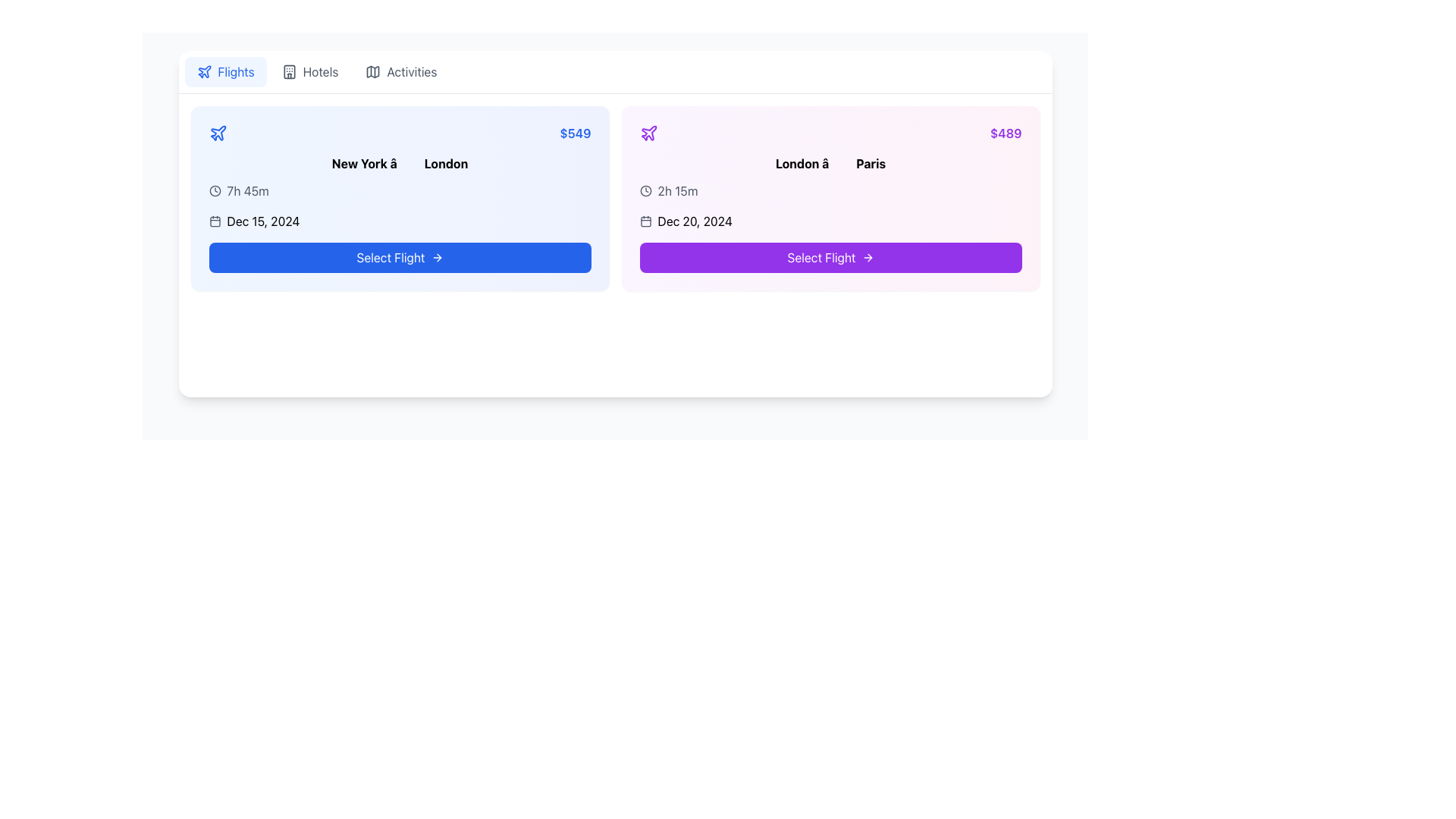 The image size is (1456, 819). Describe the element at coordinates (373, 72) in the screenshot. I see `the 'Activities' icon in the navigation bar, which is an SVG graphic located in the header, leftmost of the text label 'Activities'` at that location.